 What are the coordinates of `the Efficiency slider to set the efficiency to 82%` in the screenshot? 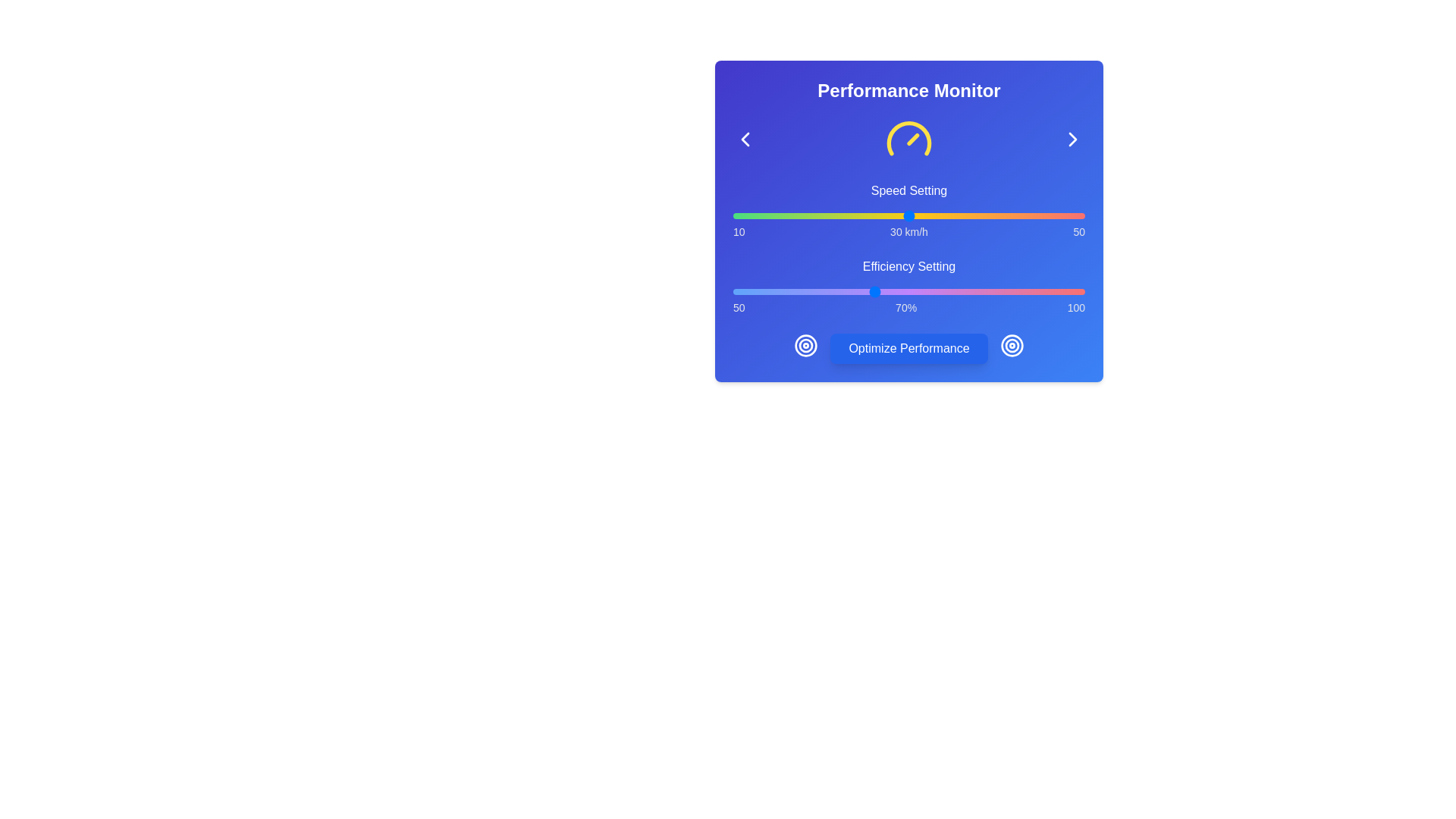 It's located at (957, 292).